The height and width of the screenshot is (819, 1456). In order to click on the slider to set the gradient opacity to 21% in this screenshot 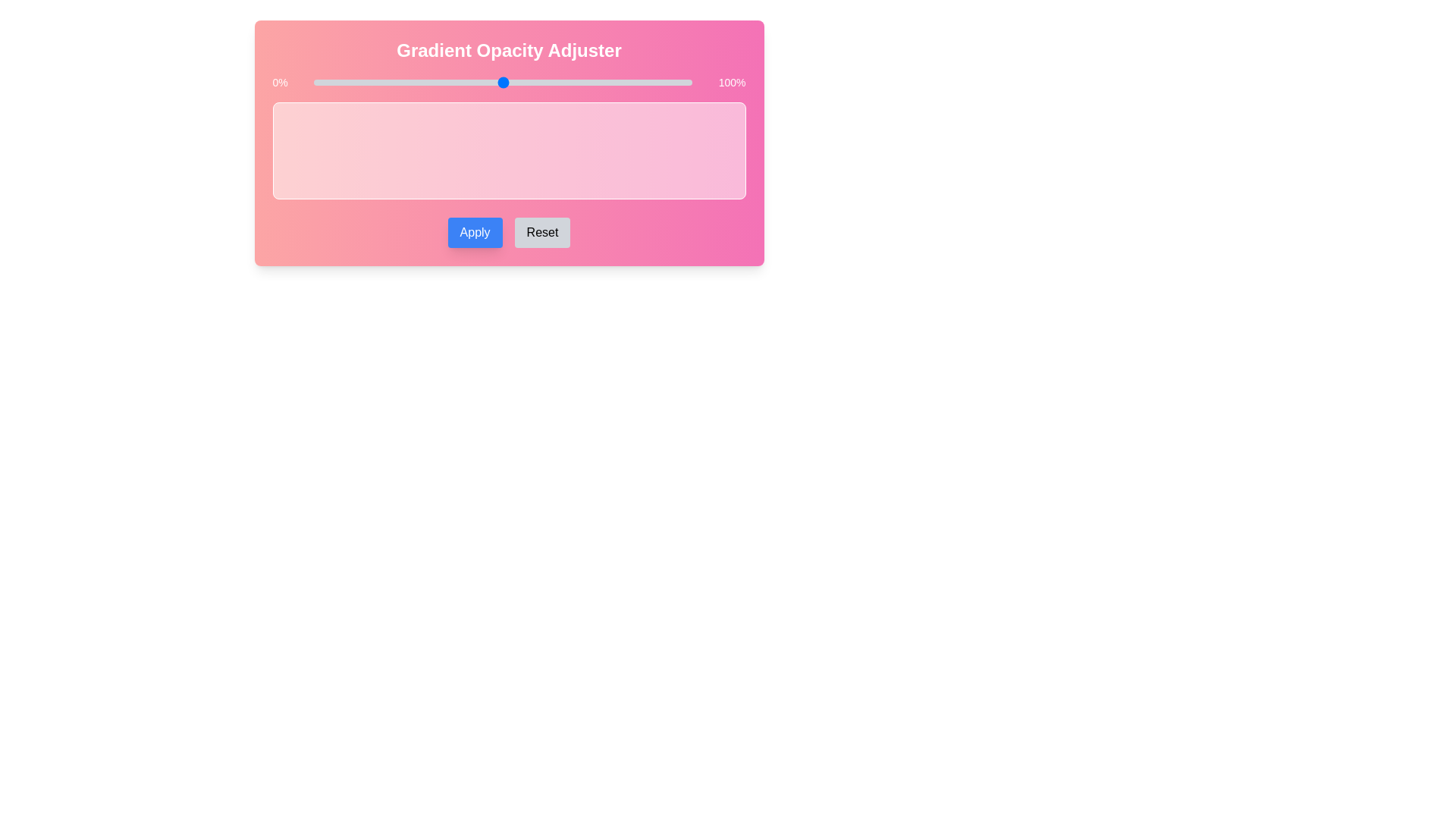, I will do `click(393, 82)`.